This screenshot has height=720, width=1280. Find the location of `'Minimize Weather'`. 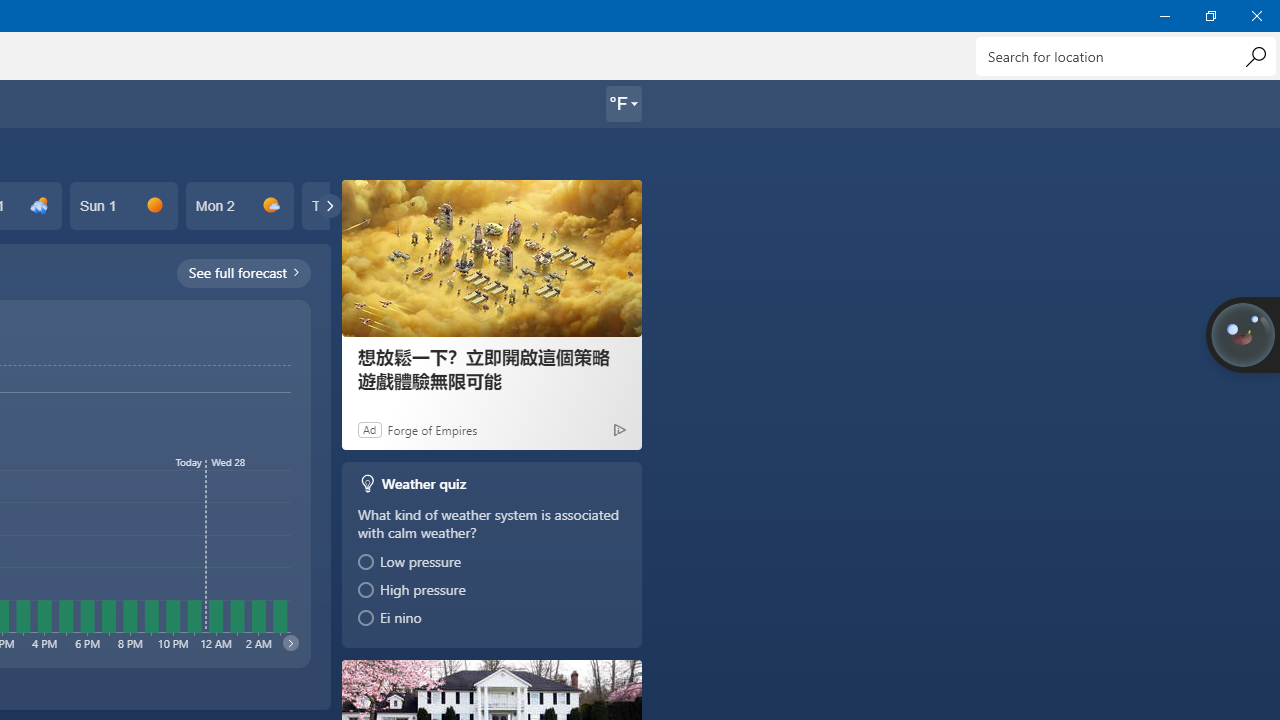

'Minimize Weather' is located at coordinates (1164, 15).